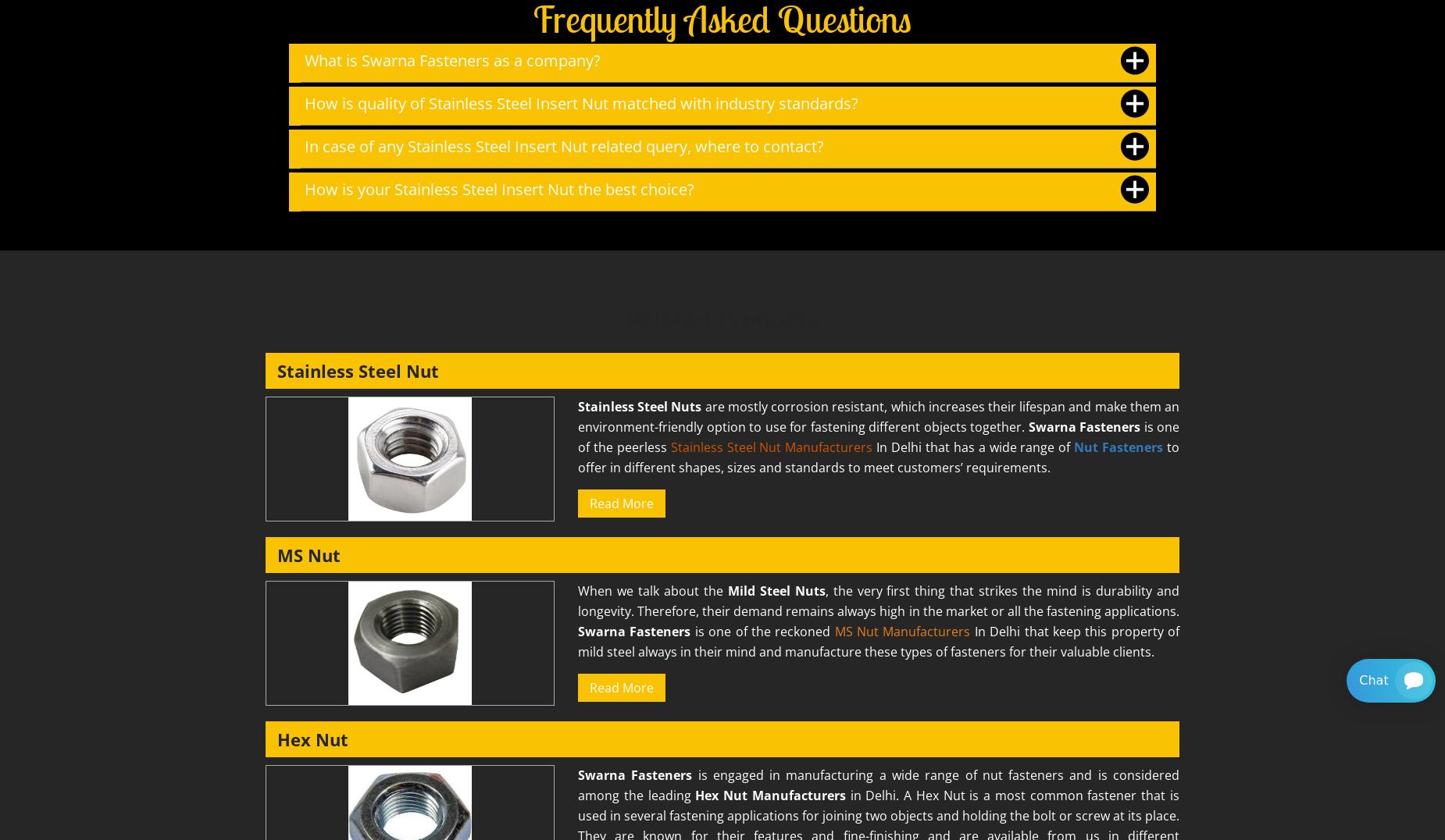  What do you see at coordinates (452, 60) in the screenshot?
I see `'What is Swarna Fasteners as a company?'` at bounding box center [452, 60].